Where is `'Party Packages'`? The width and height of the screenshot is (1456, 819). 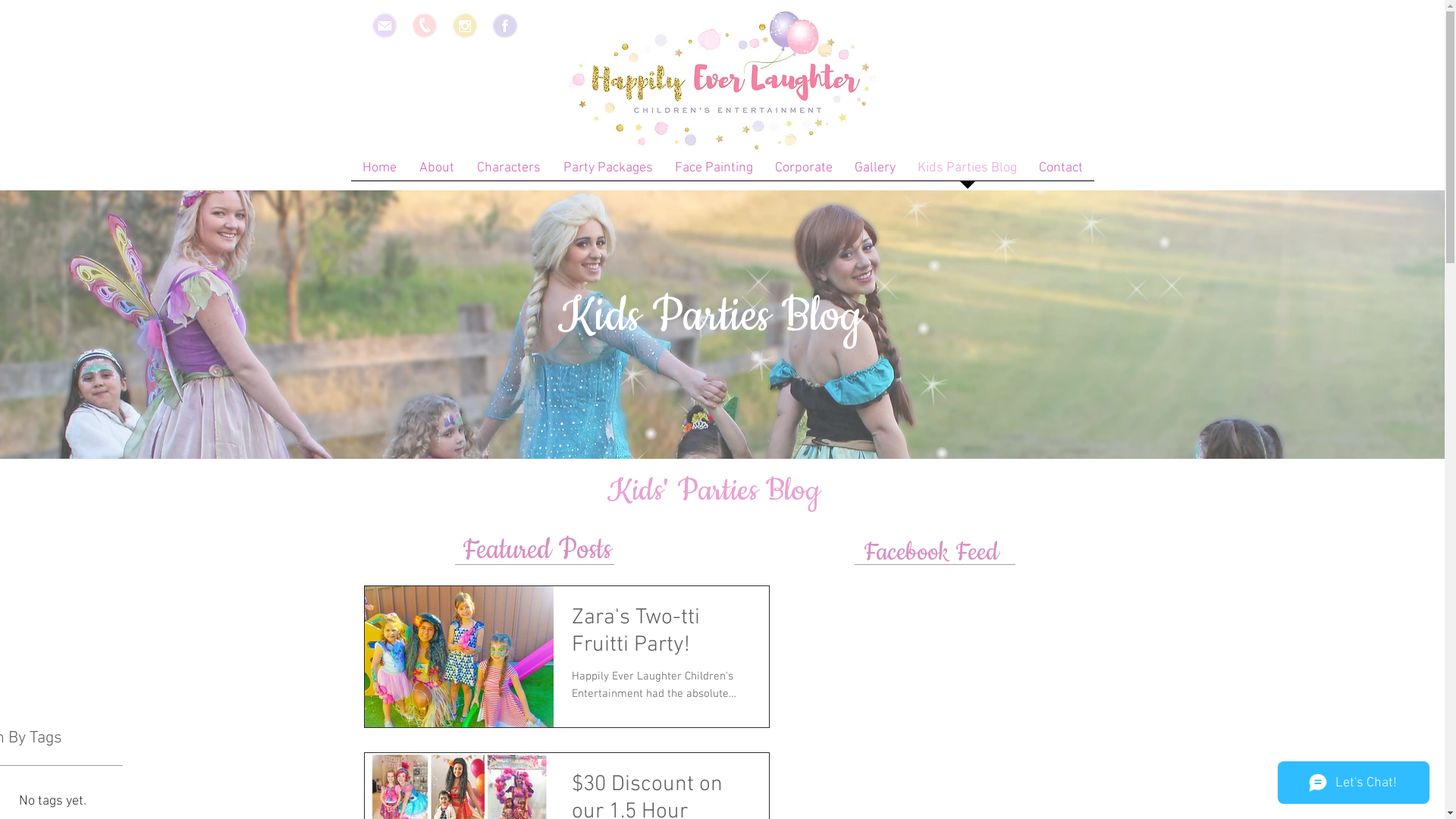 'Party Packages' is located at coordinates (607, 171).